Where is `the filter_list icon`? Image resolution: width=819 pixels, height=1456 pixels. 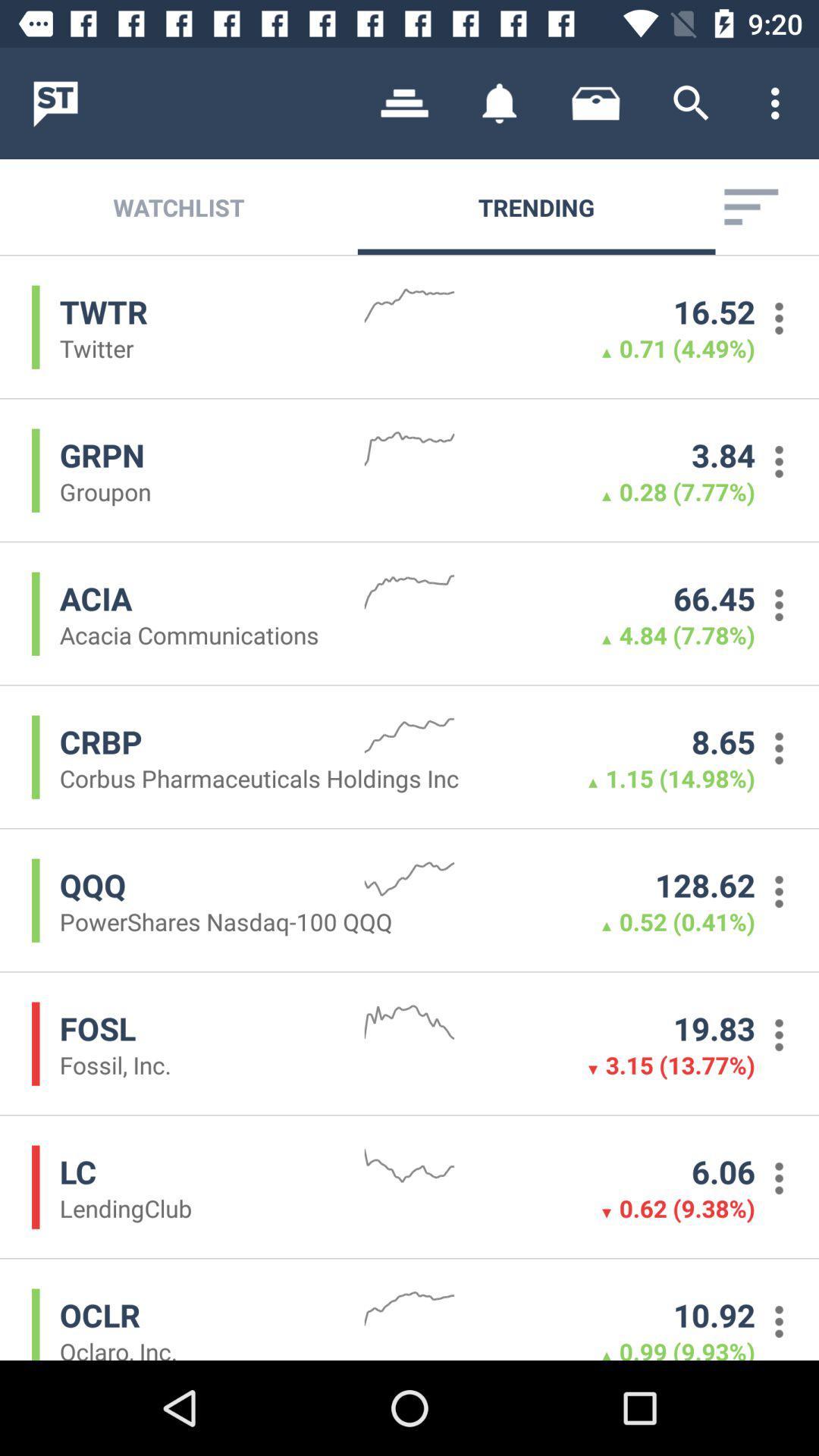
the filter_list icon is located at coordinates (751, 206).